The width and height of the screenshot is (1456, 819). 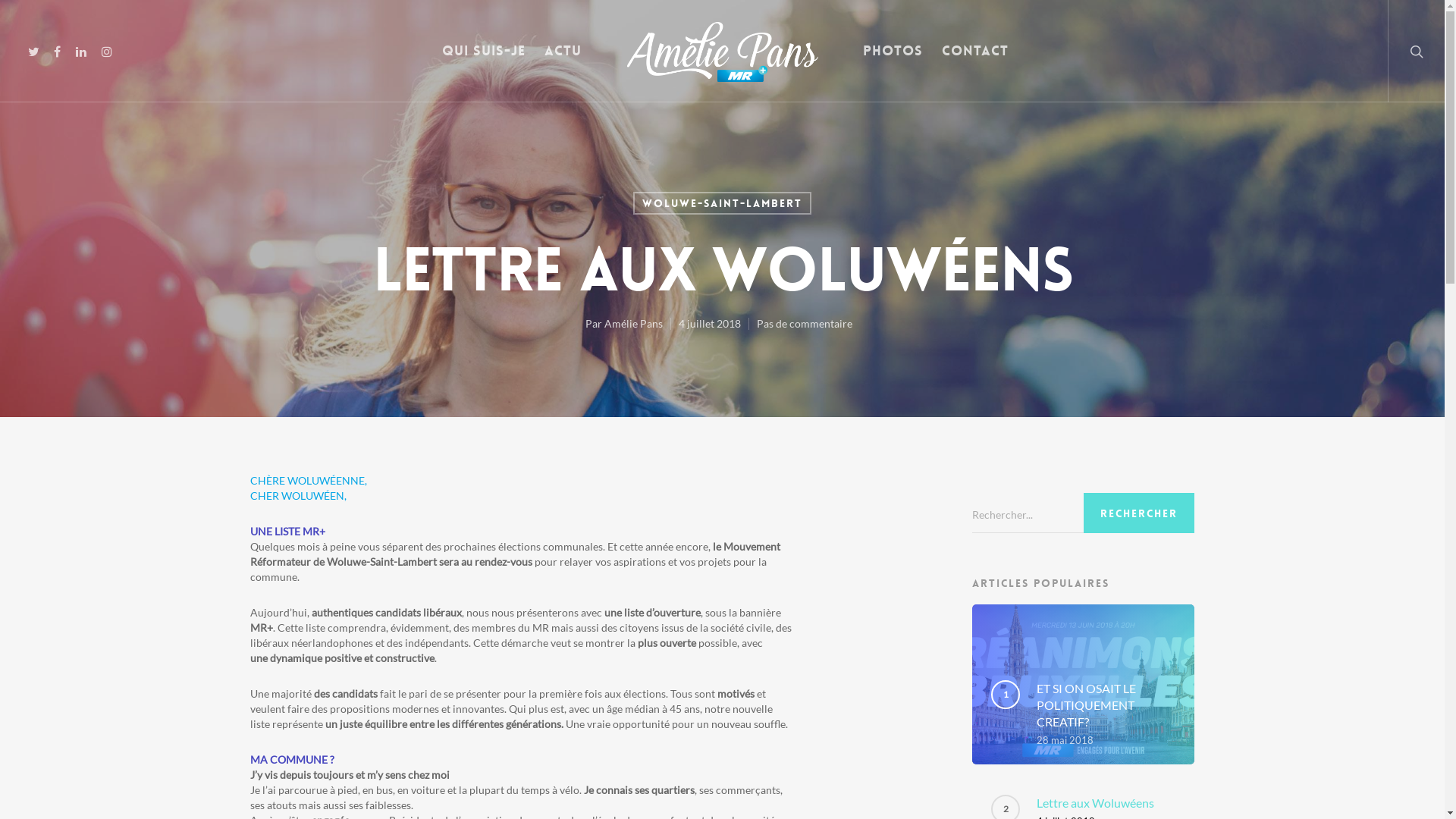 I want to click on 'Rechercher', so click(x=1083, y=513).